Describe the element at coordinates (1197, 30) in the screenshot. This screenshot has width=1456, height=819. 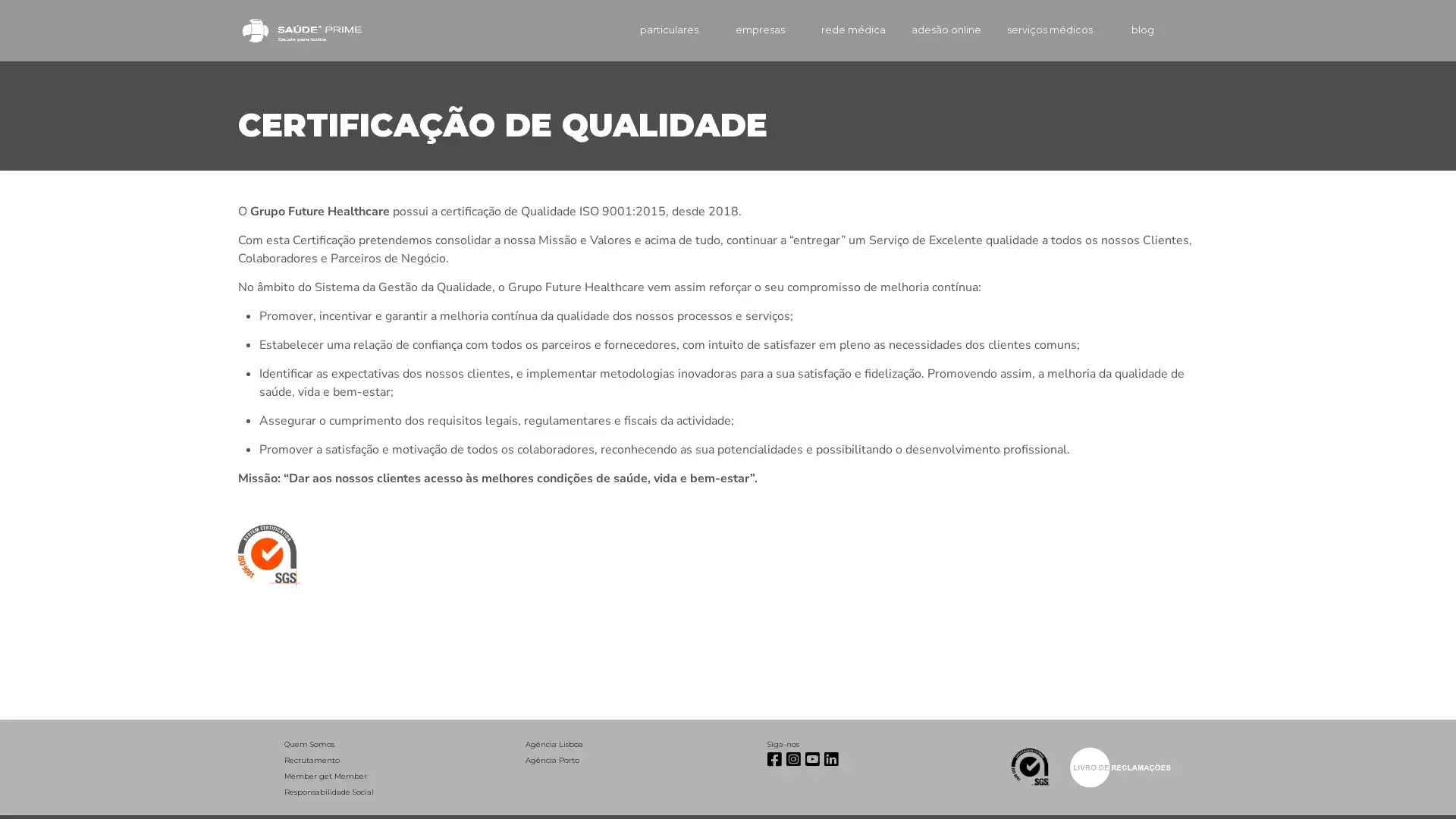
I see `Areas Privadas` at that location.